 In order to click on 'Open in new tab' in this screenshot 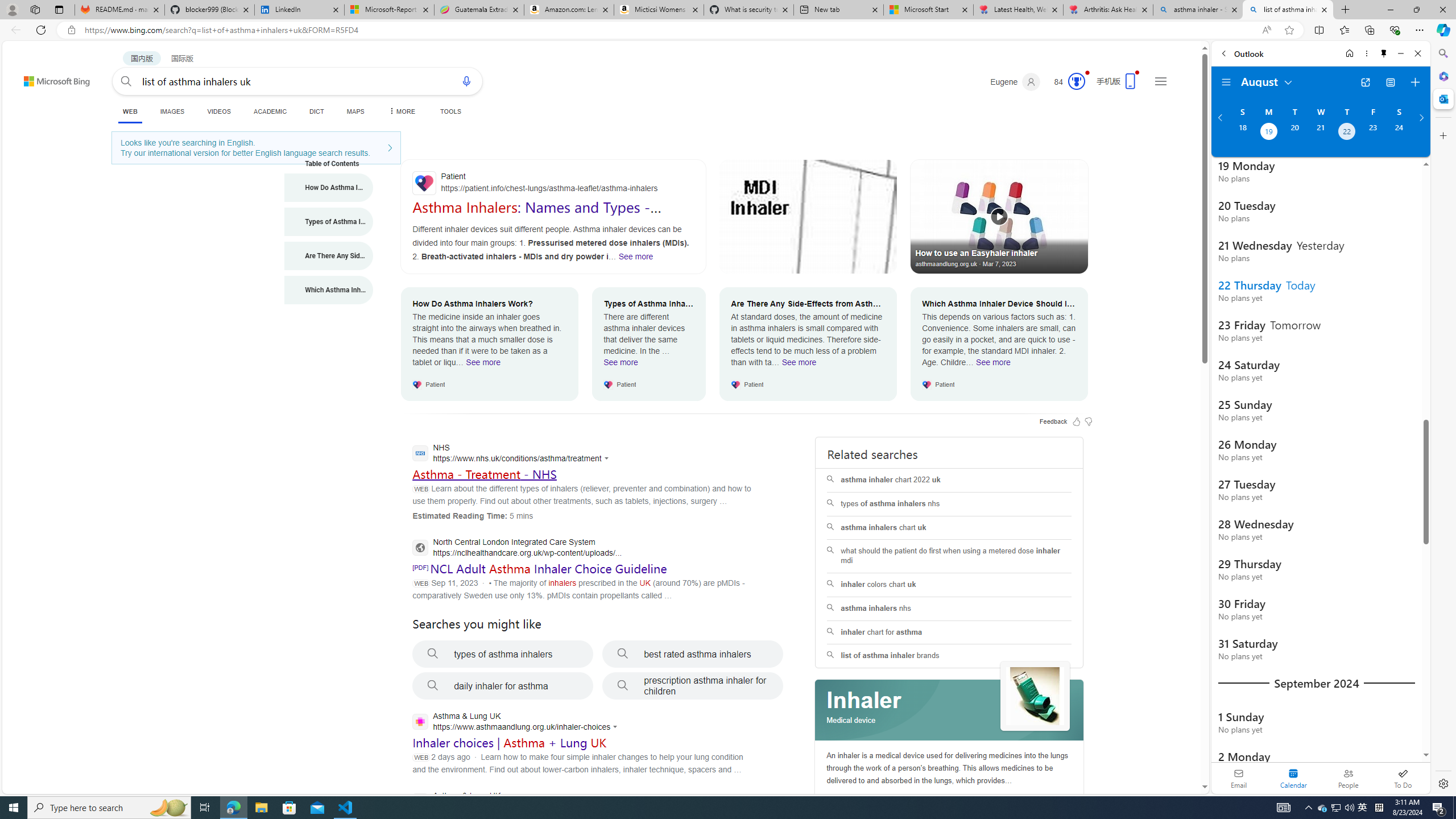, I will do `click(1366, 82)`.